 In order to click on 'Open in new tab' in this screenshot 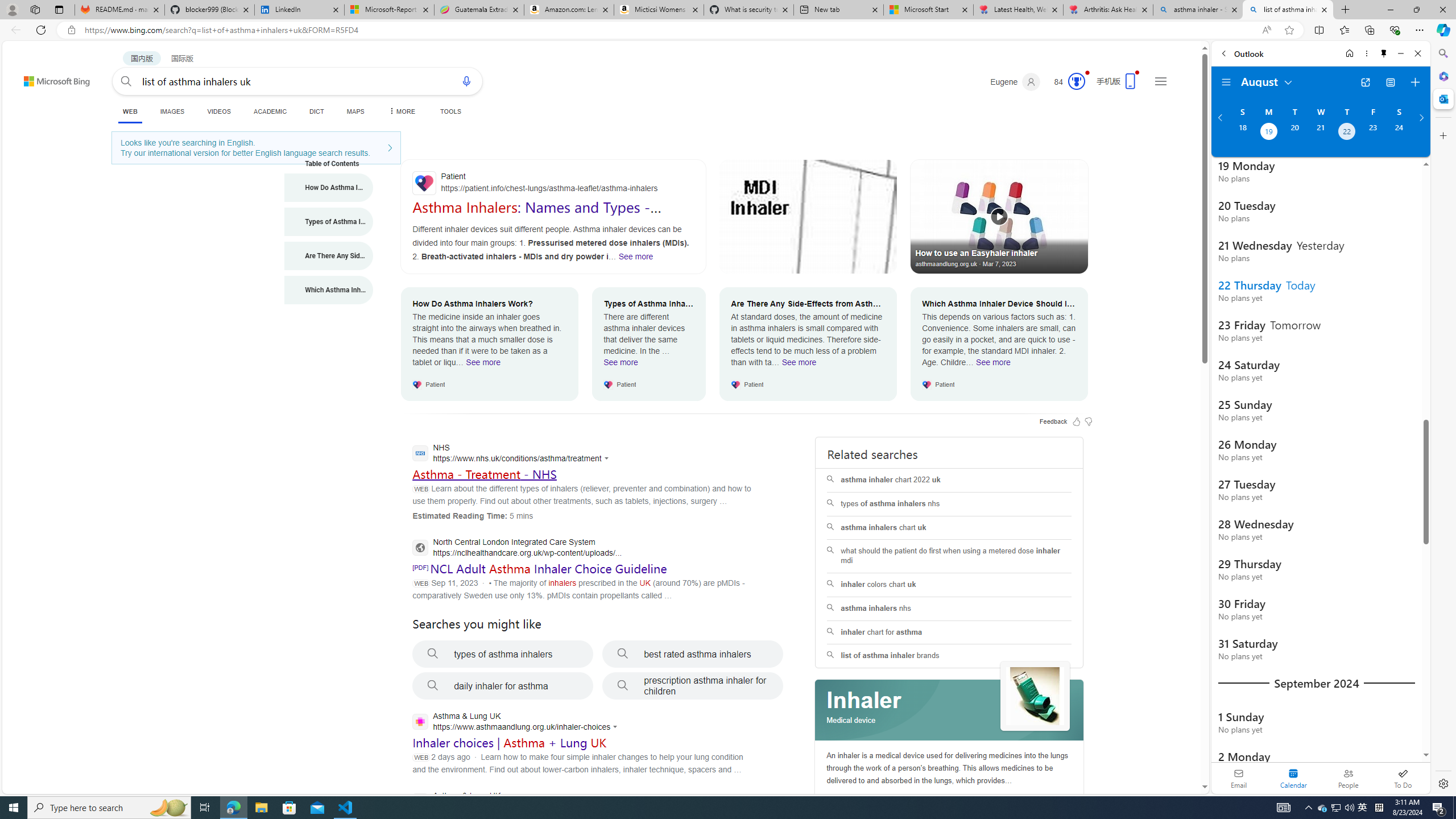, I will do `click(1366, 82)`.